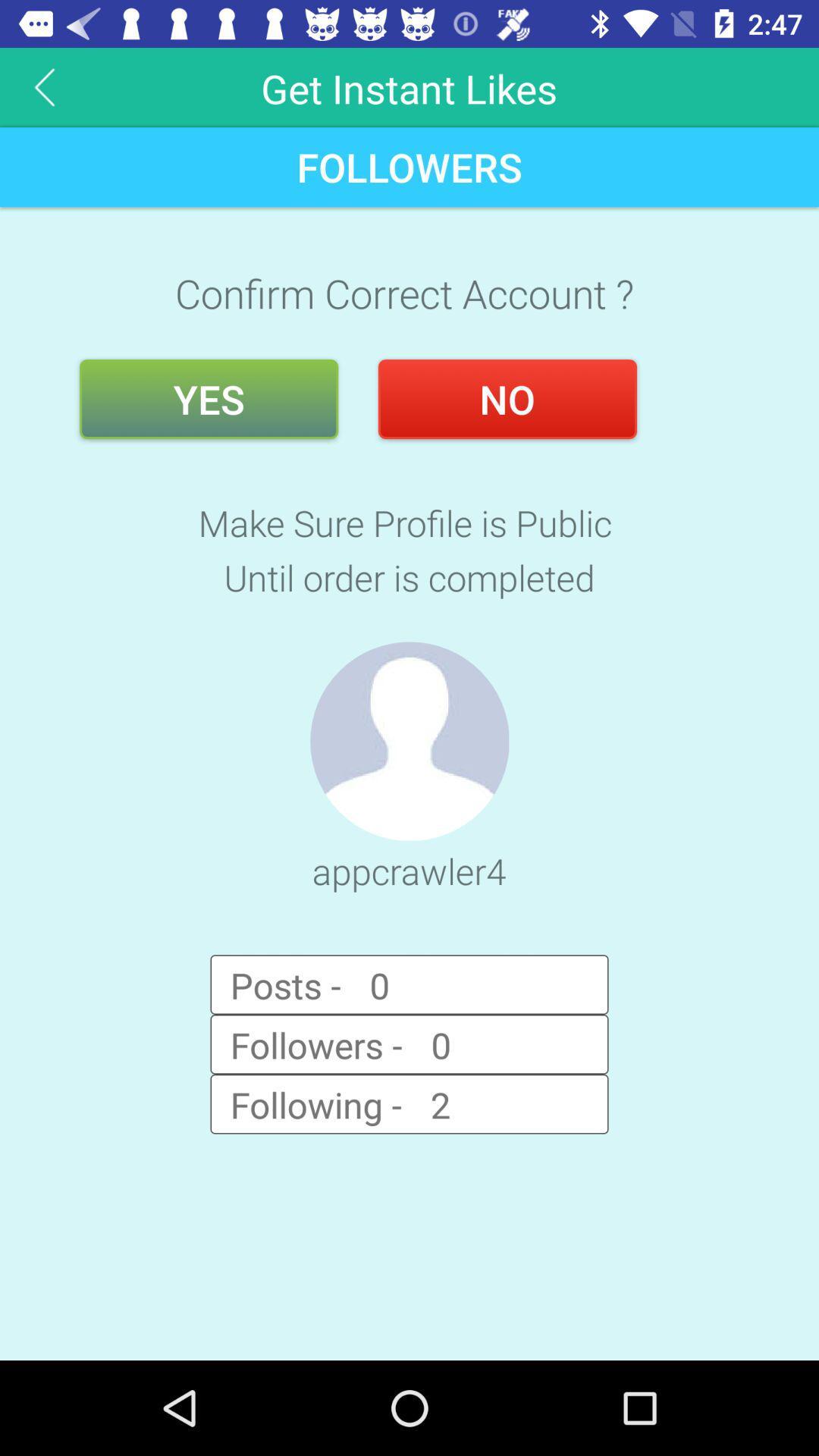 This screenshot has height=1456, width=819. Describe the element at coordinates (209, 399) in the screenshot. I see `the yes icon` at that location.